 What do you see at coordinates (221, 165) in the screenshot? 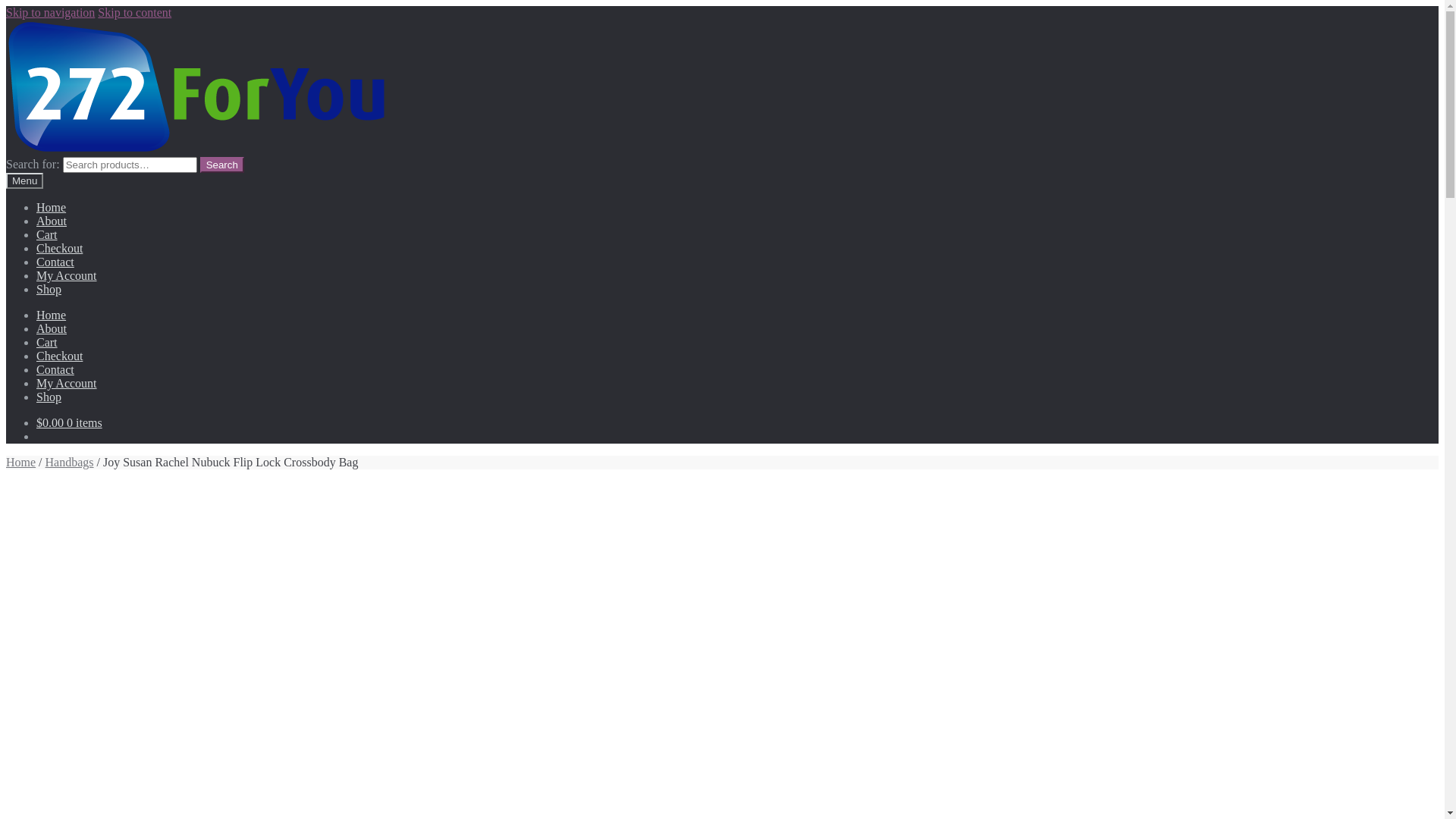
I see `'Search'` at bounding box center [221, 165].